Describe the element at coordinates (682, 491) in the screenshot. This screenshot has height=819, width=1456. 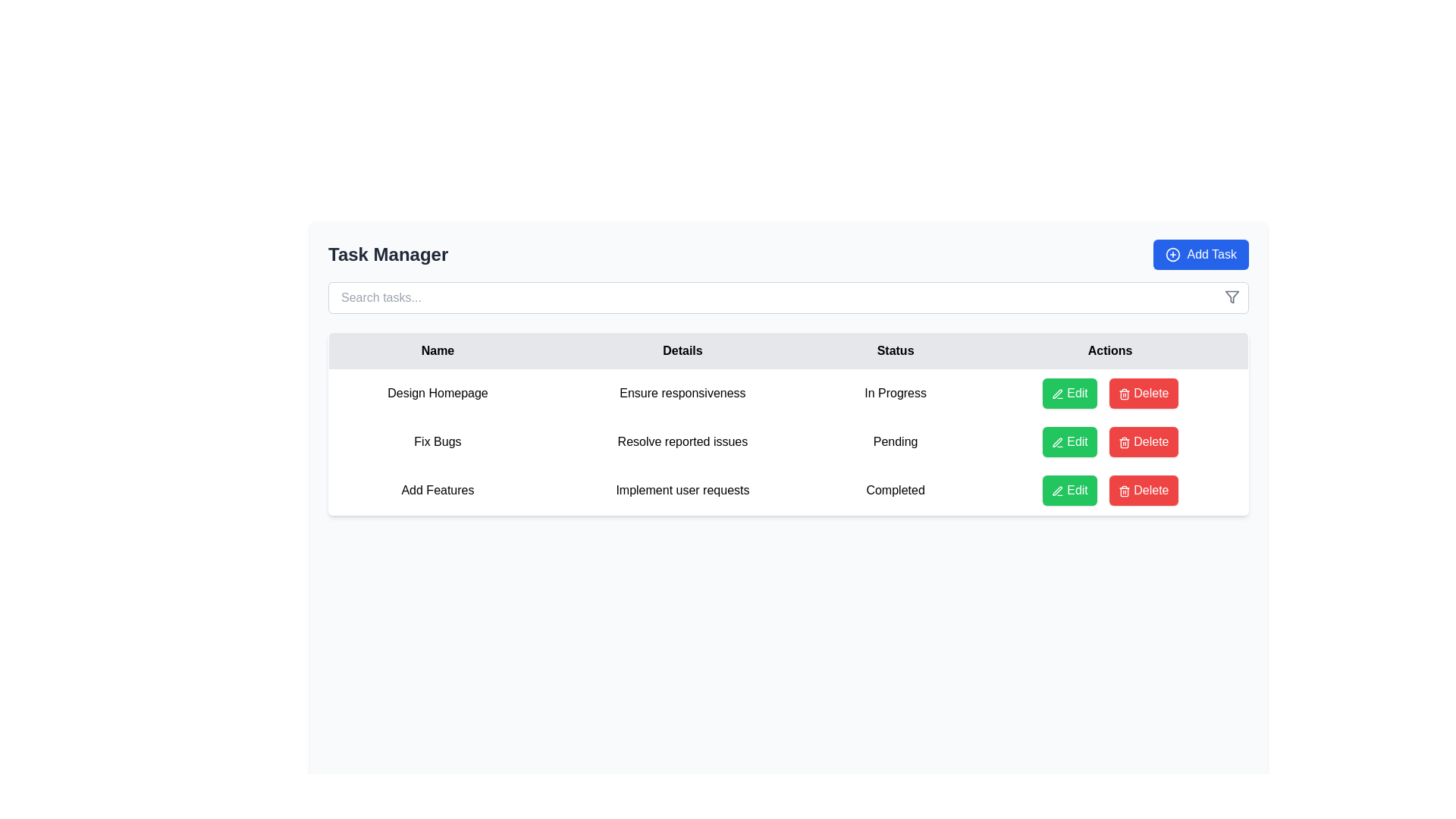
I see `the informational Text label that provides context for the task 'Add Features' in the 'Details' column of the table` at that location.